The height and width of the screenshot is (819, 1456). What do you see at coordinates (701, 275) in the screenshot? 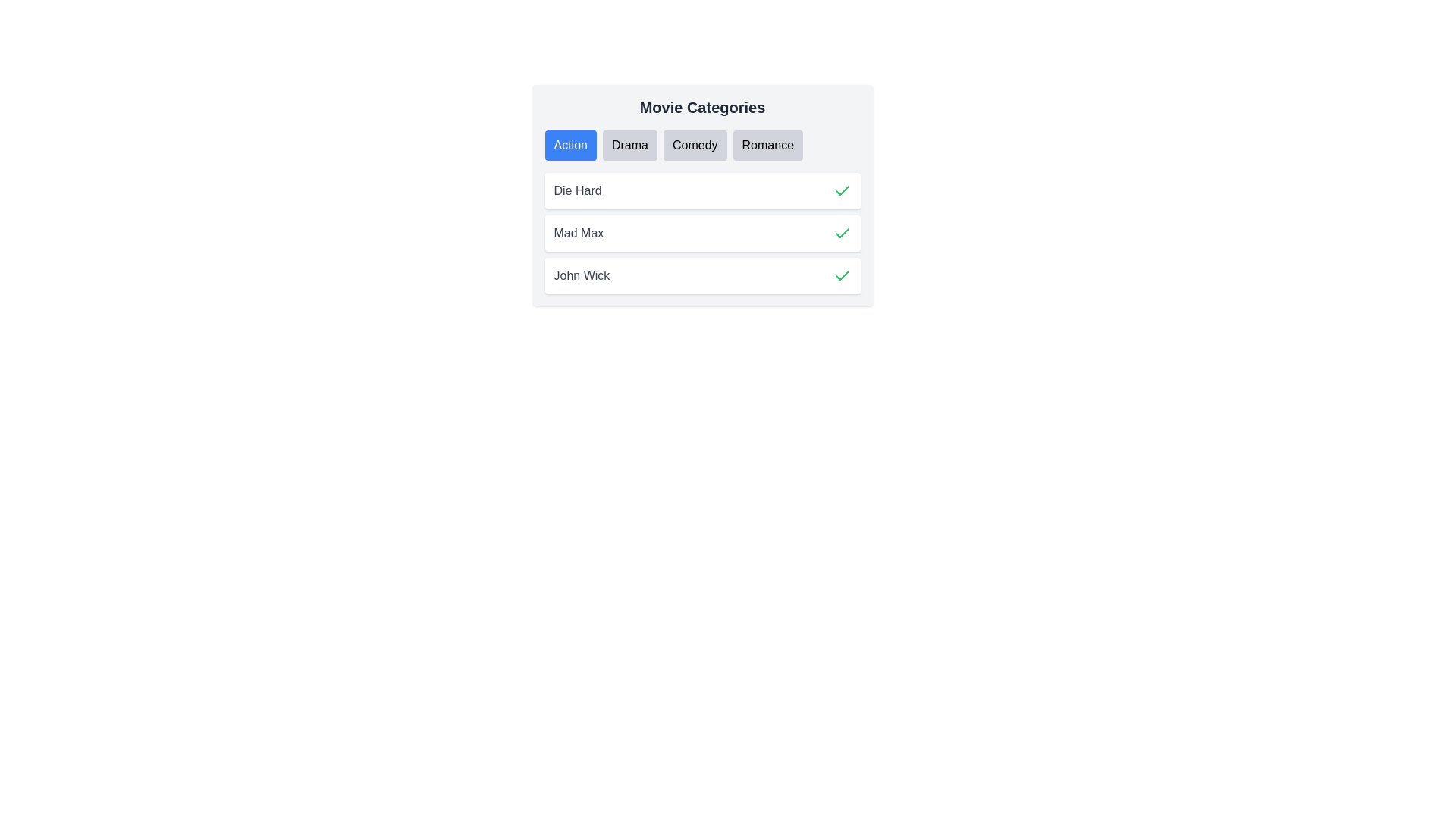
I see `the List item containing the text 'John Wick' and a green checkmark icon for interaction` at bounding box center [701, 275].